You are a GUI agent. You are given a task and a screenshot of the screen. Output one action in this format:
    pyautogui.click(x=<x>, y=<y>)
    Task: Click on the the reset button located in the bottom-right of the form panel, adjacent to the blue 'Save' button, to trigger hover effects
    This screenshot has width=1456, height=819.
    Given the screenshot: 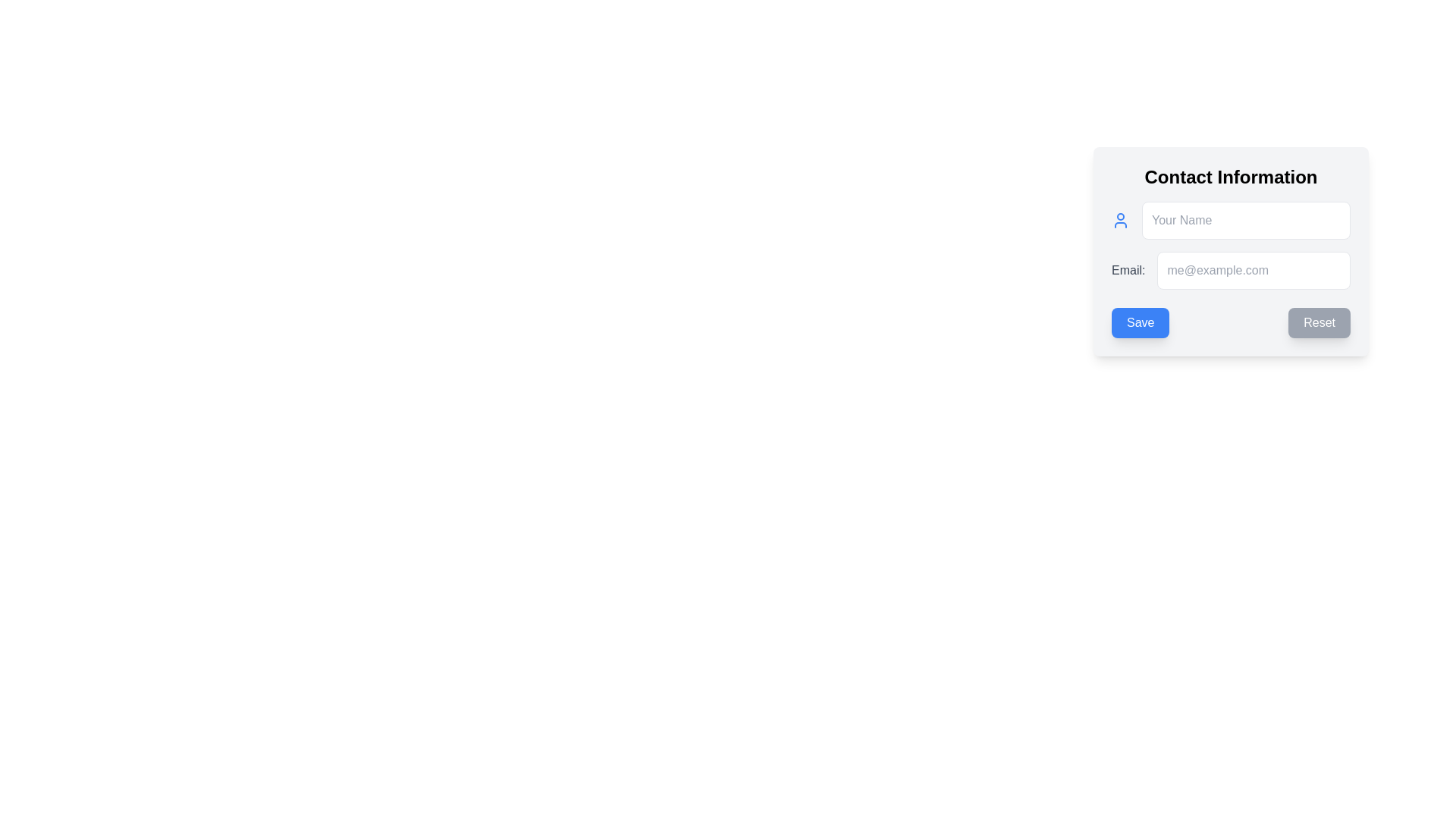 What is the action you would take?
    pyautogui.click(x=1319, y=322)
    